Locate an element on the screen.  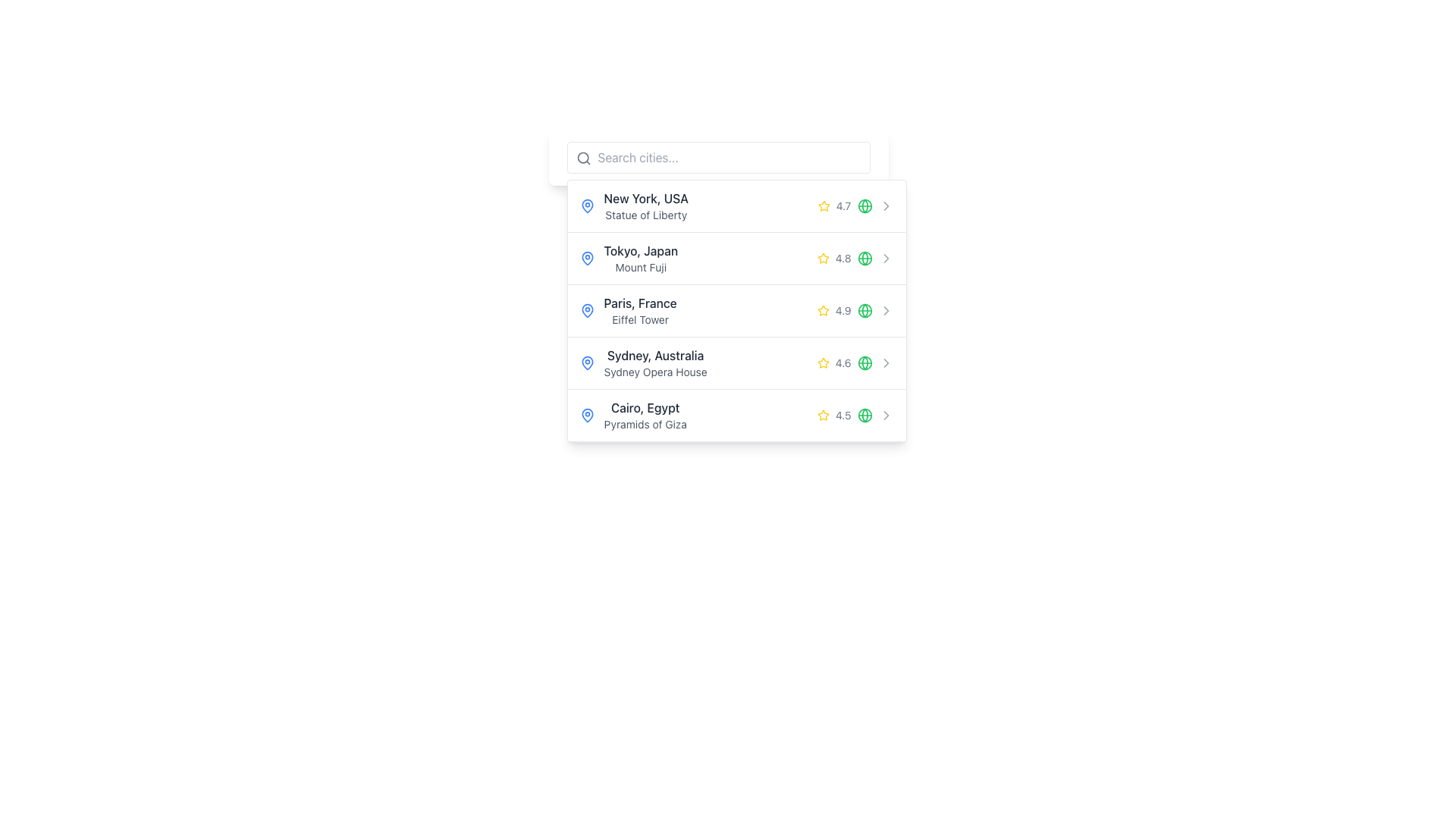
the star-shaped yellow icon representing a rating of 4.9 next to 'Paris, France' is located at coordinates (823, 206).